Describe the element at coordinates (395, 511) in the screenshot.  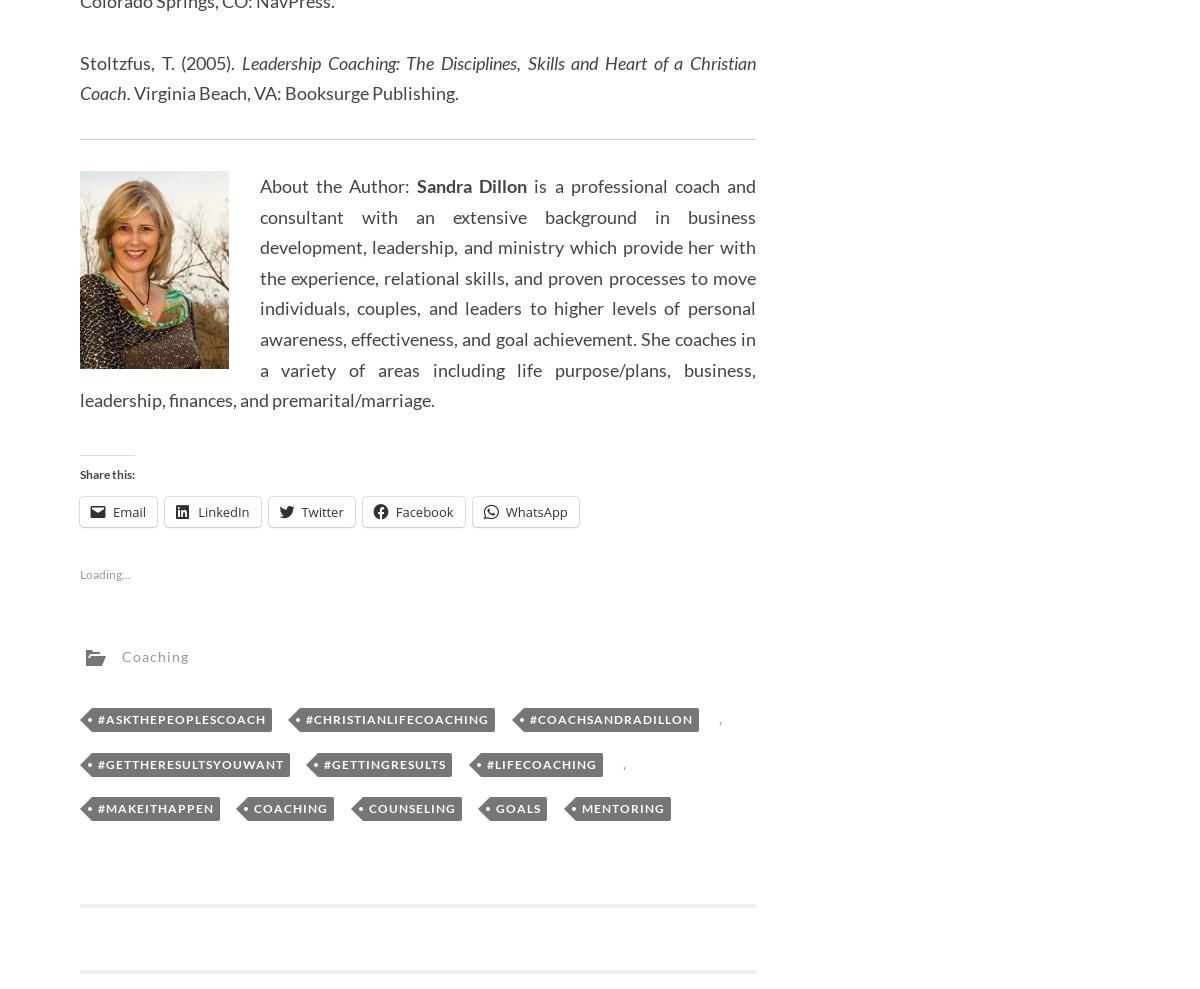
I see `'Facebook'` at that location.